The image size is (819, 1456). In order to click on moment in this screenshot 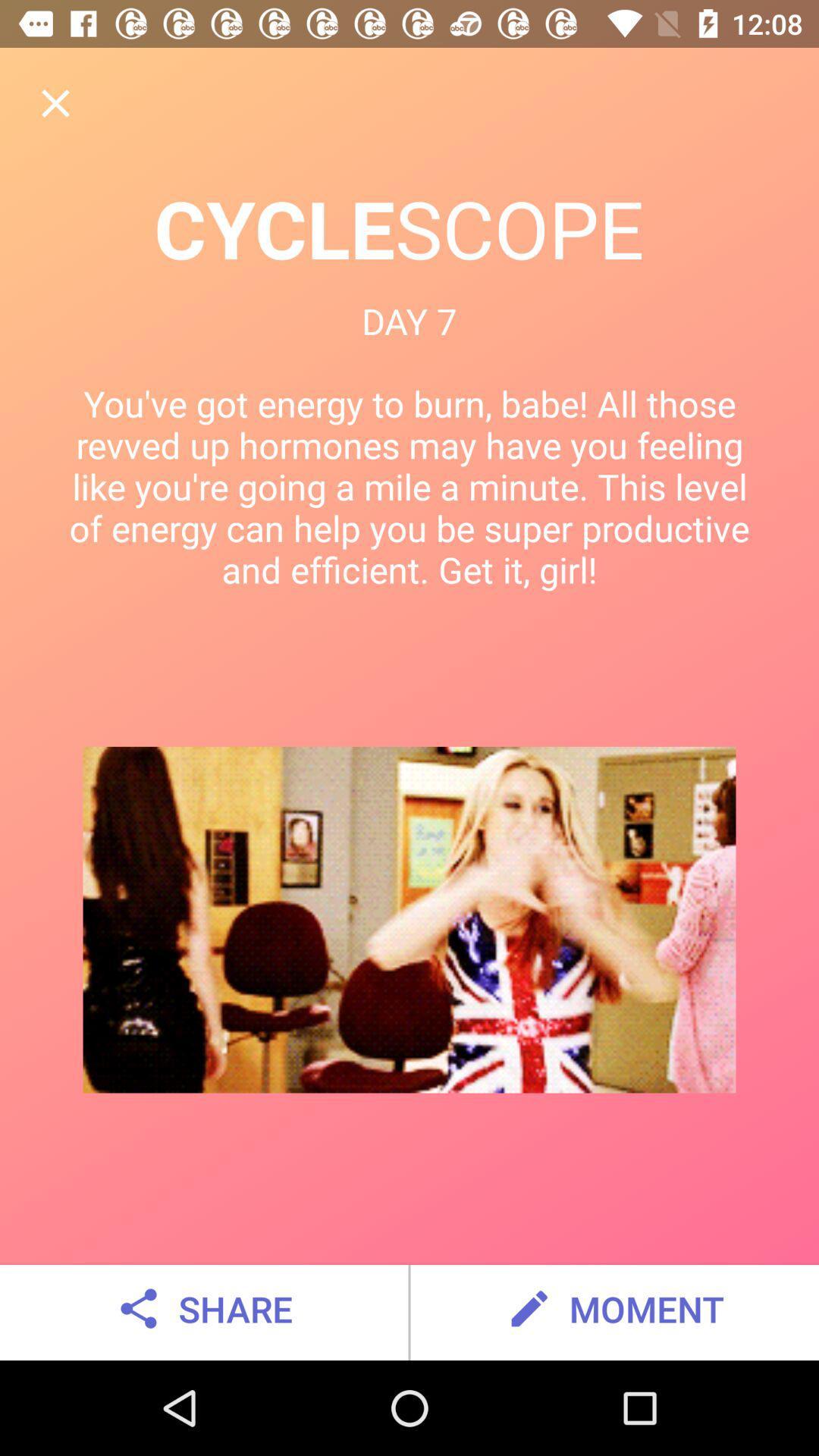, I will do `click(614, 1308)`.